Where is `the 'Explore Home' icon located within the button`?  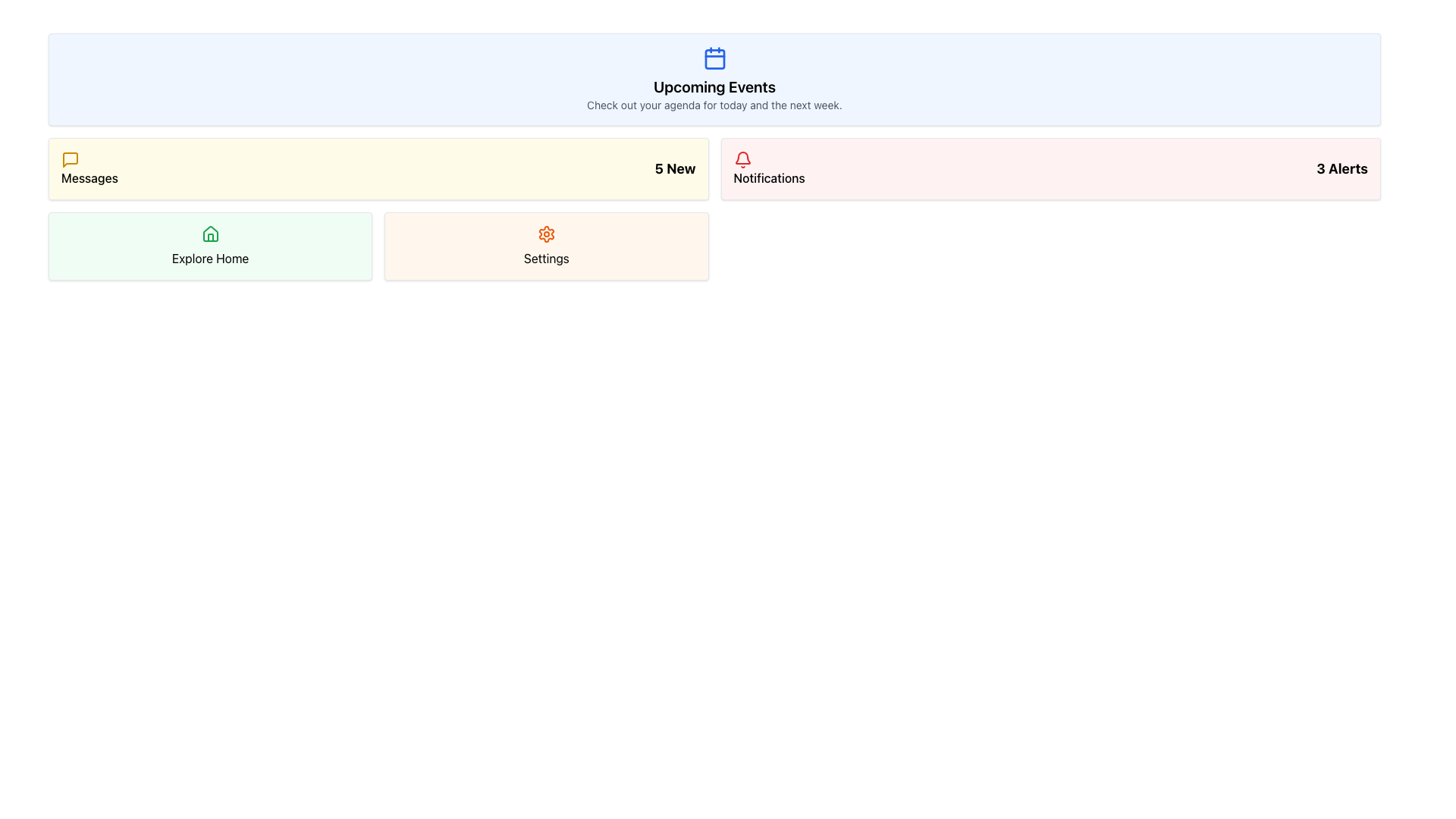 the 'Explore Home' icon located within the button is located at coordinates (209, 234).